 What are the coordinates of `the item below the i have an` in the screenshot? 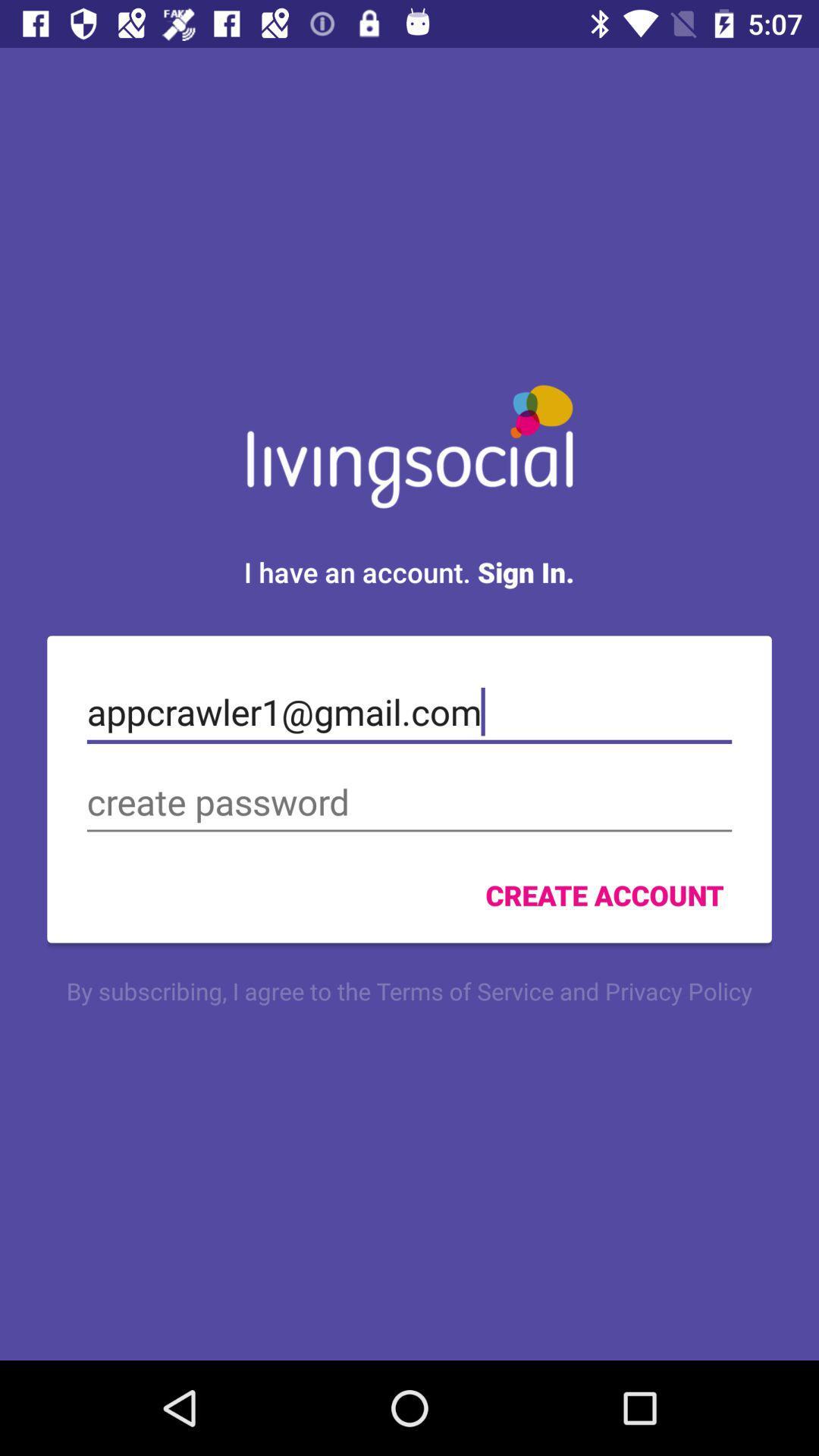 It's located at (409, 711).